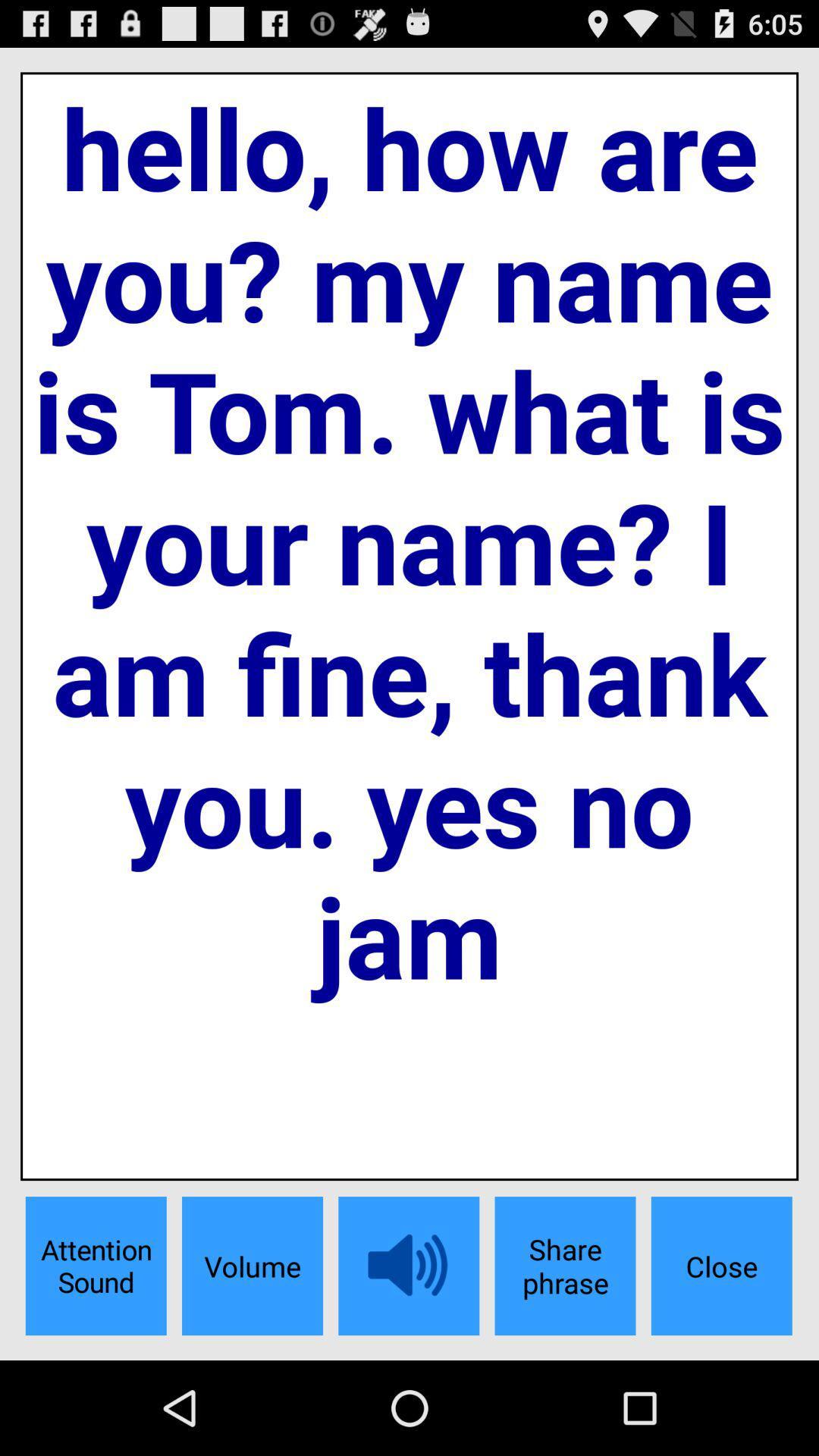  Describe the element at coordinates (565, 1266) in the screenshot. I see `the icon below hello how are item` at that location.